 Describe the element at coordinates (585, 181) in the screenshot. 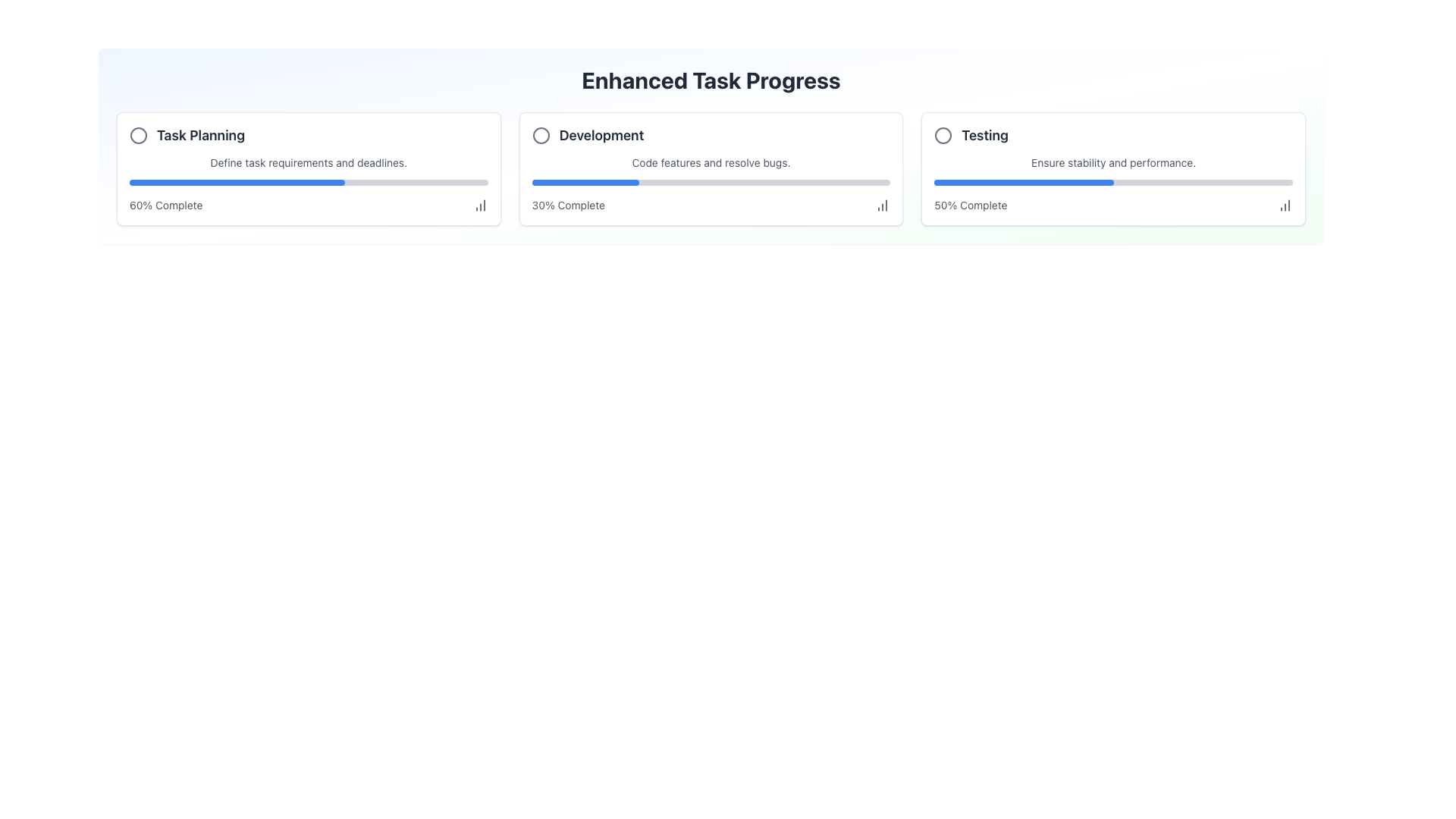

I see `the blue progress bar segment representing 30% completion located in the Development section` at that location.